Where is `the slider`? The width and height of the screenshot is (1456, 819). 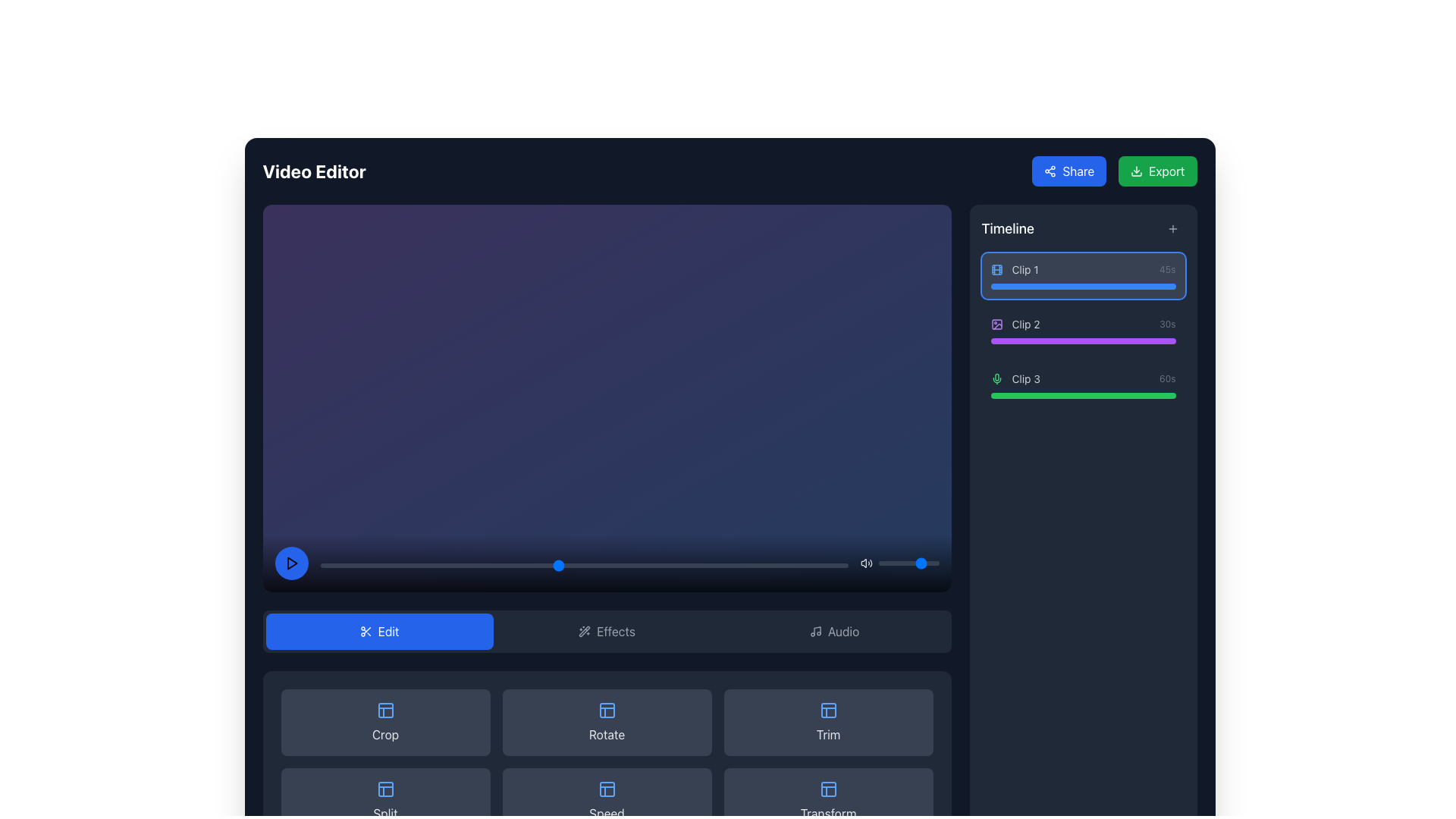
the slider is located at coordinates (889, 563).